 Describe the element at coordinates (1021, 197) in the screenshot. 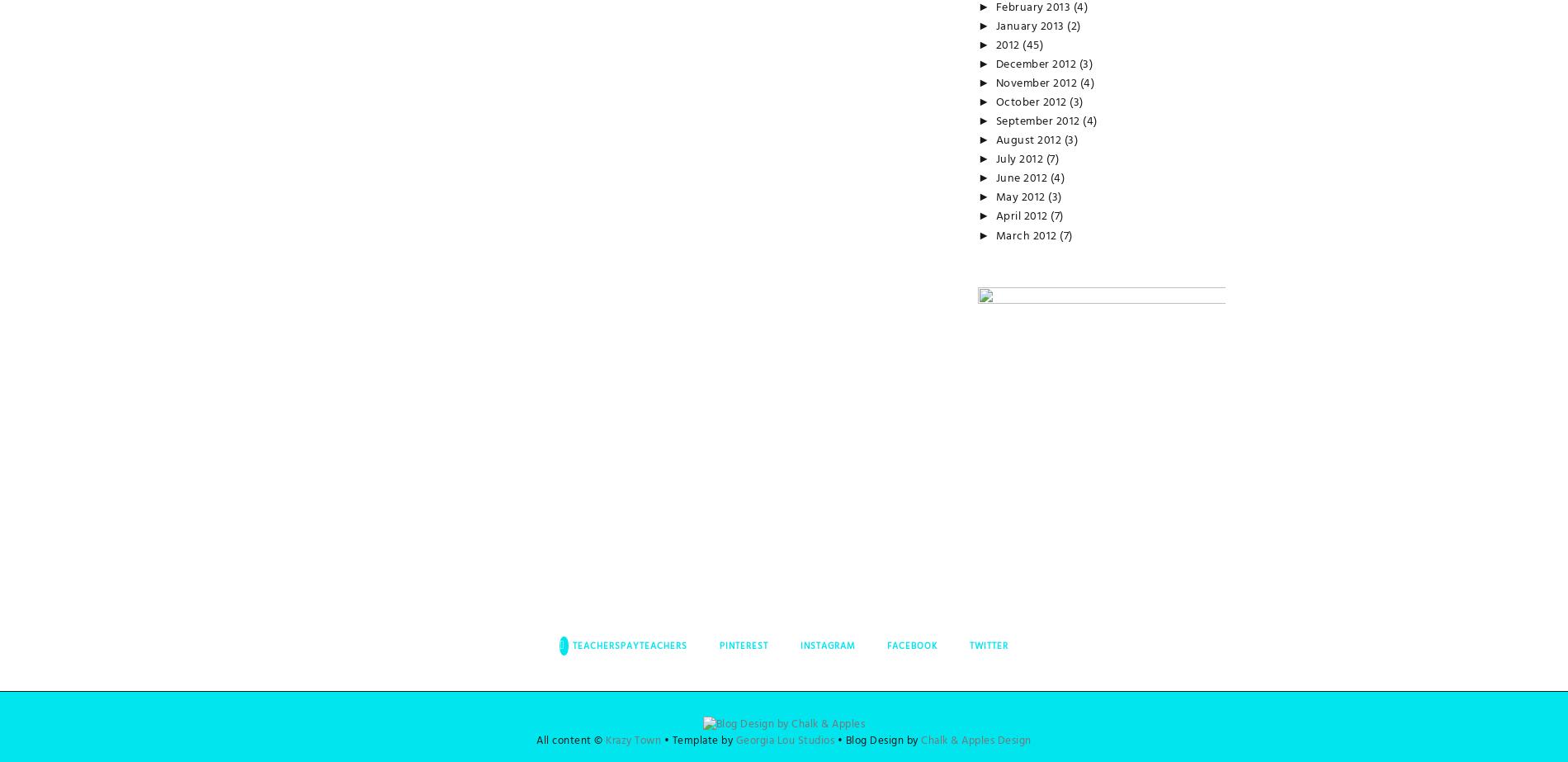

I see `'May 2012'` at that location.